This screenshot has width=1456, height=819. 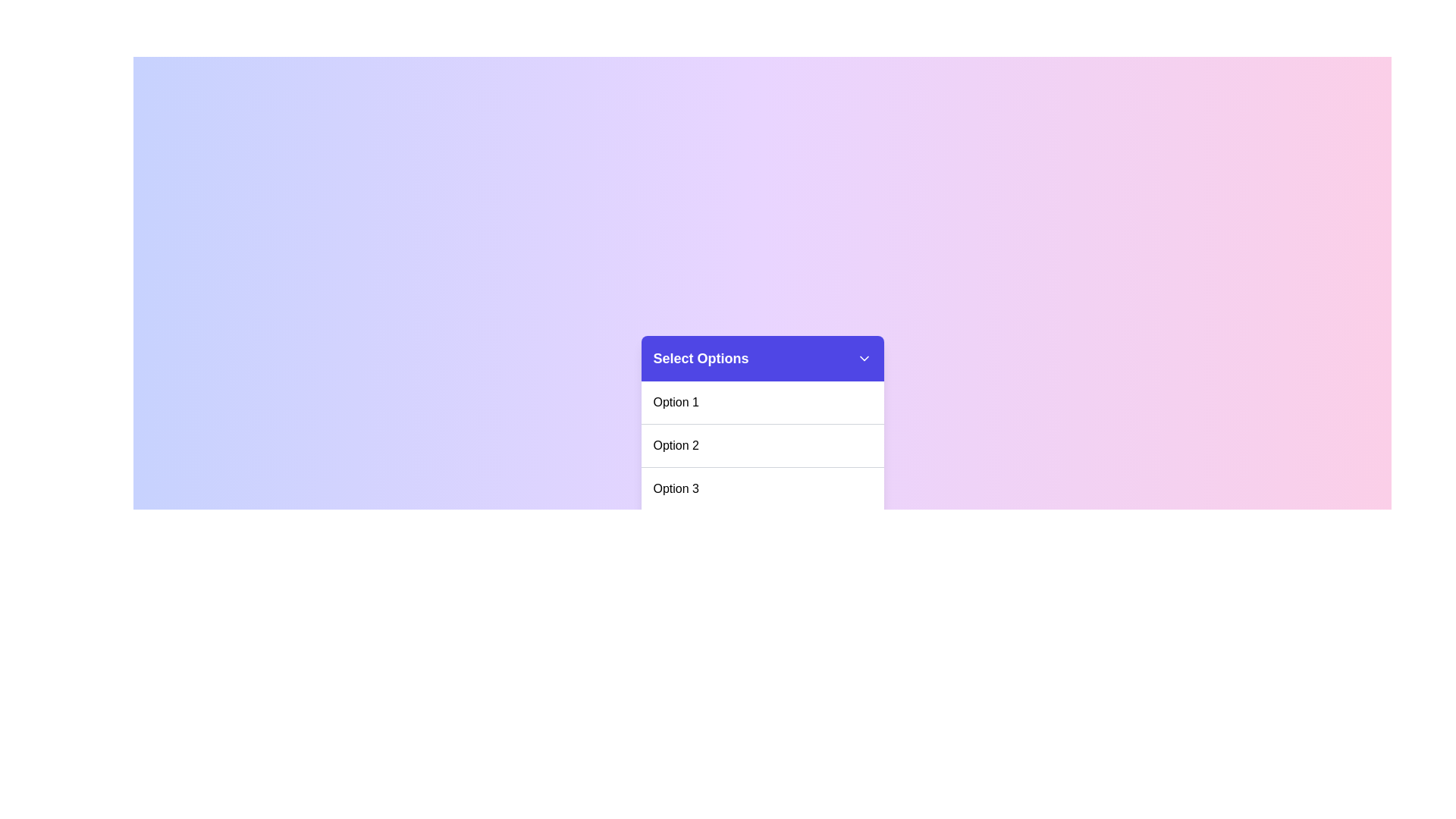 I want to click on the List item labeled 'Option 3' within the dropdown menu, so click(x=762, y=488).